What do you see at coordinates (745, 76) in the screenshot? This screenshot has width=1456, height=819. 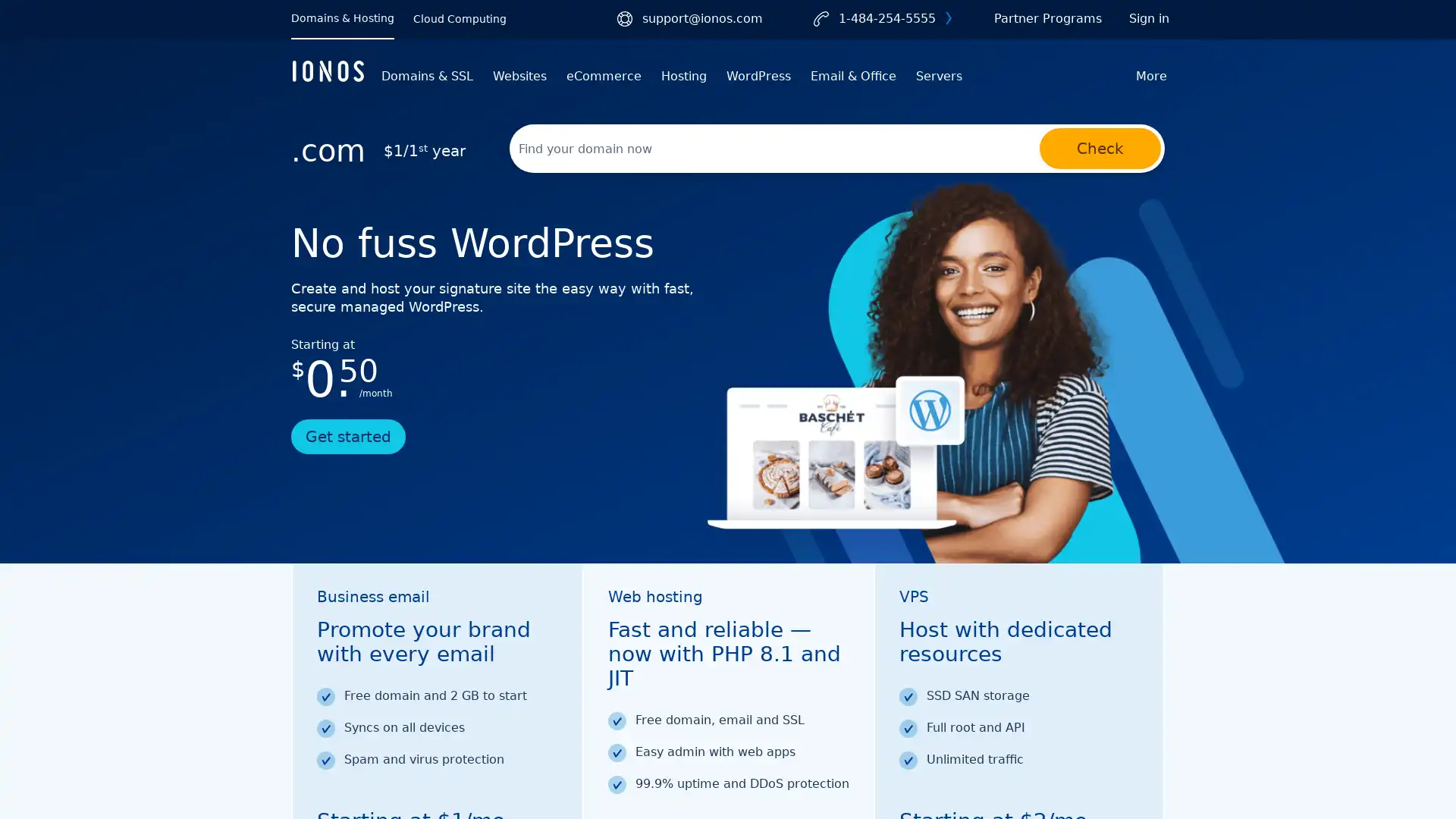 I see `WordPress` at bounding box center [745, 76].